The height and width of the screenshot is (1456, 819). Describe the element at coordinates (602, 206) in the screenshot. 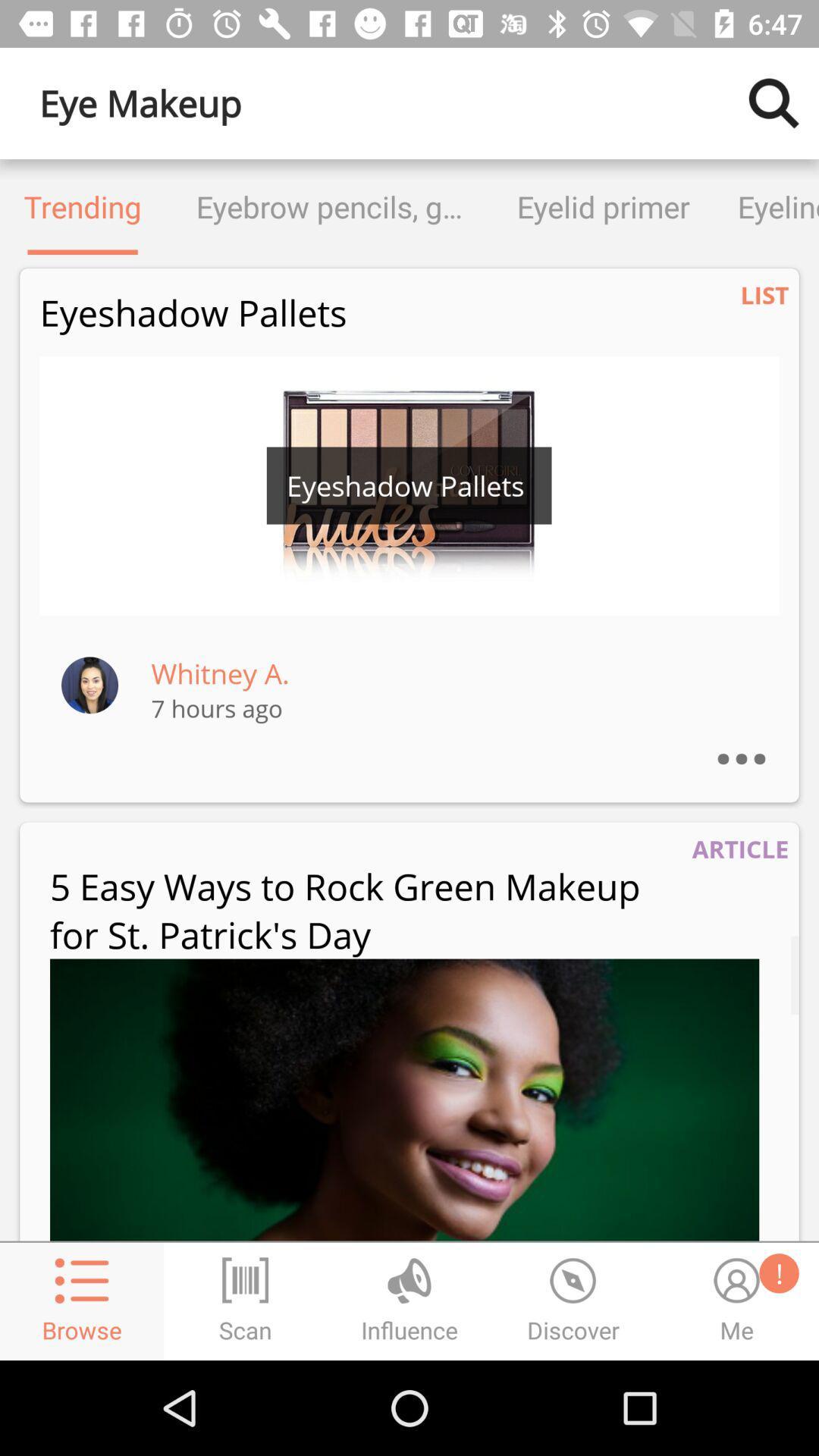

I see `eyelid primer icon` at that location.